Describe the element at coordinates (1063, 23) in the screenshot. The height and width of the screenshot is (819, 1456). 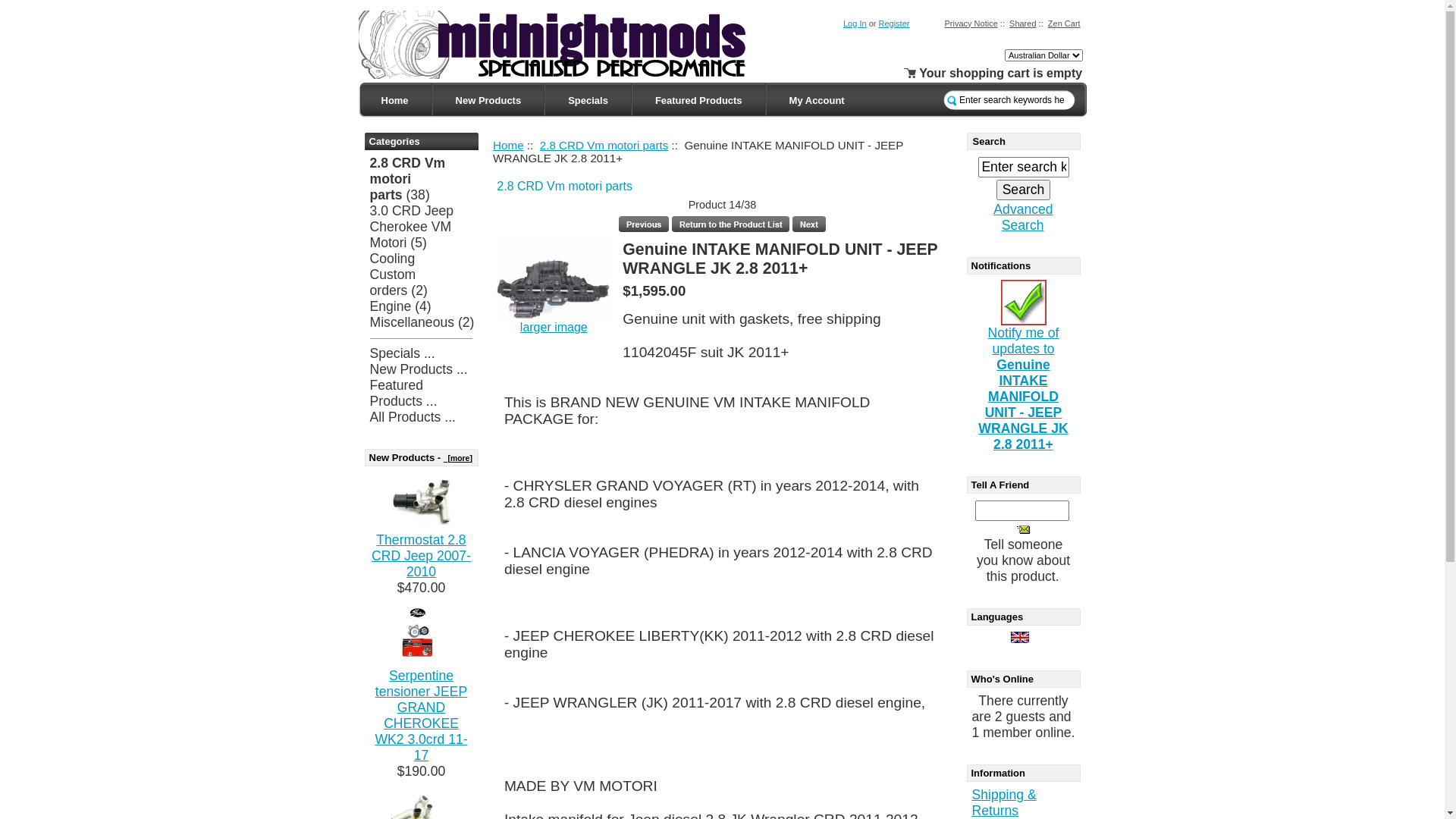
I see `'Zen Cart'` at that location.